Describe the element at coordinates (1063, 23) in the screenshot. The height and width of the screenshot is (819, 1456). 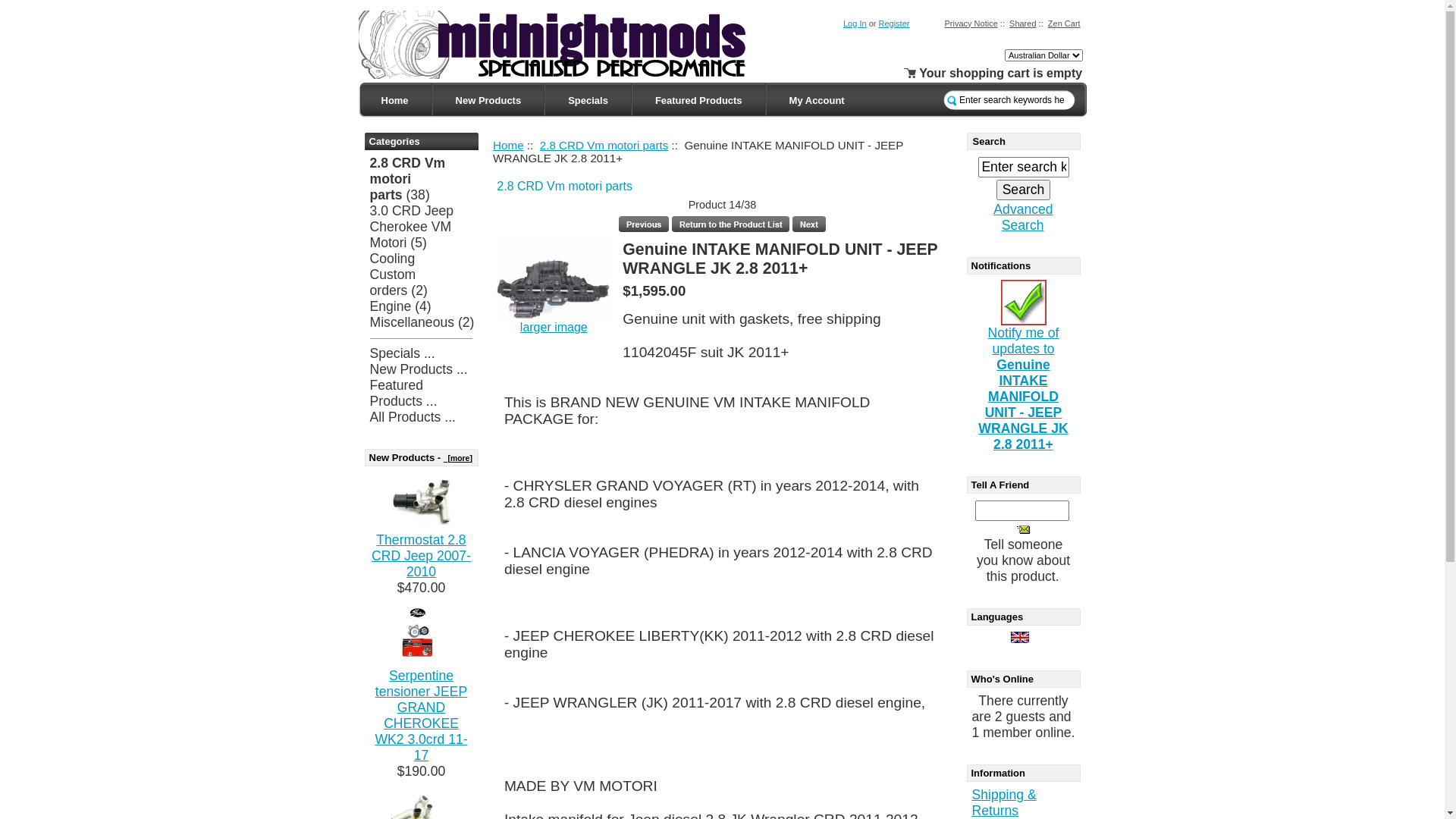
I see `'Zen Cart'` at that location.